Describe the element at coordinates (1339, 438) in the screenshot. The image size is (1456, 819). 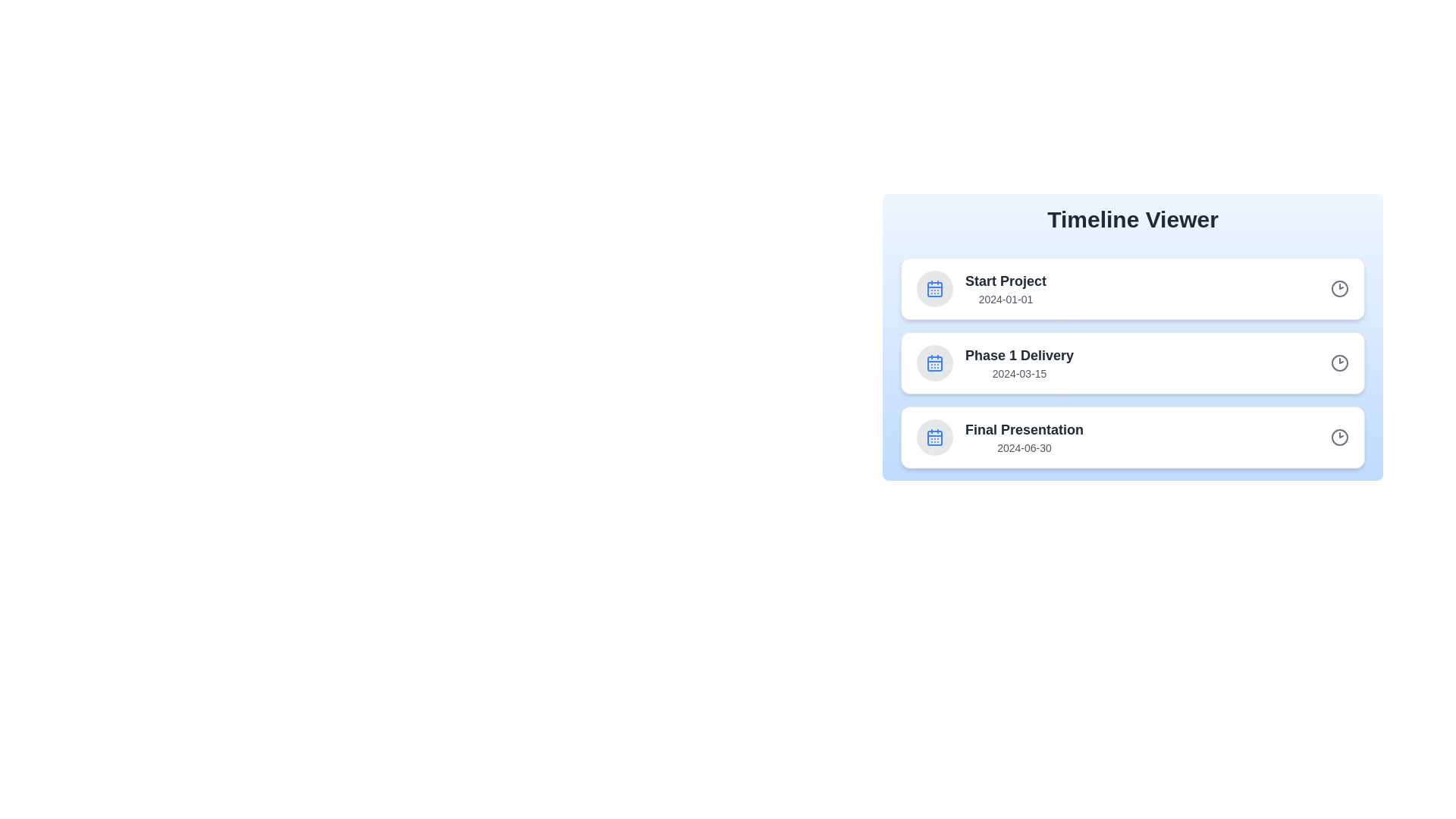
I see `the SVG circle element that is part of the clock-themed icon, located within the 'Final Presentation' entry, aligned to its right side near the center vertically` at that location.